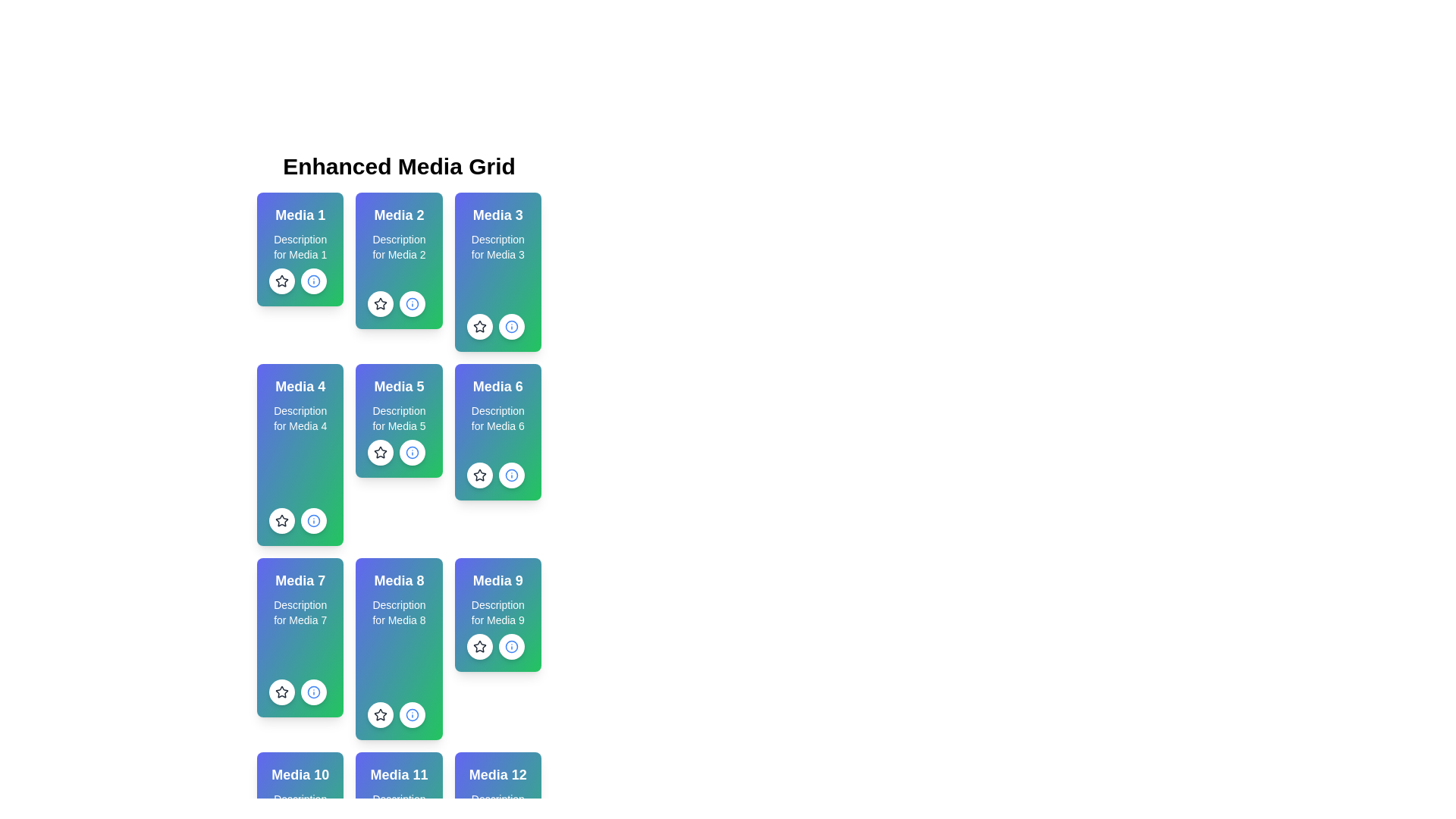  What do you see at coordinates (312, 692) in the screenshot?
I see `the circular button with a white background and an 'info' symbol located at the bottom-right corner of the 'Media 7' card` at bounding box center [312, 692].